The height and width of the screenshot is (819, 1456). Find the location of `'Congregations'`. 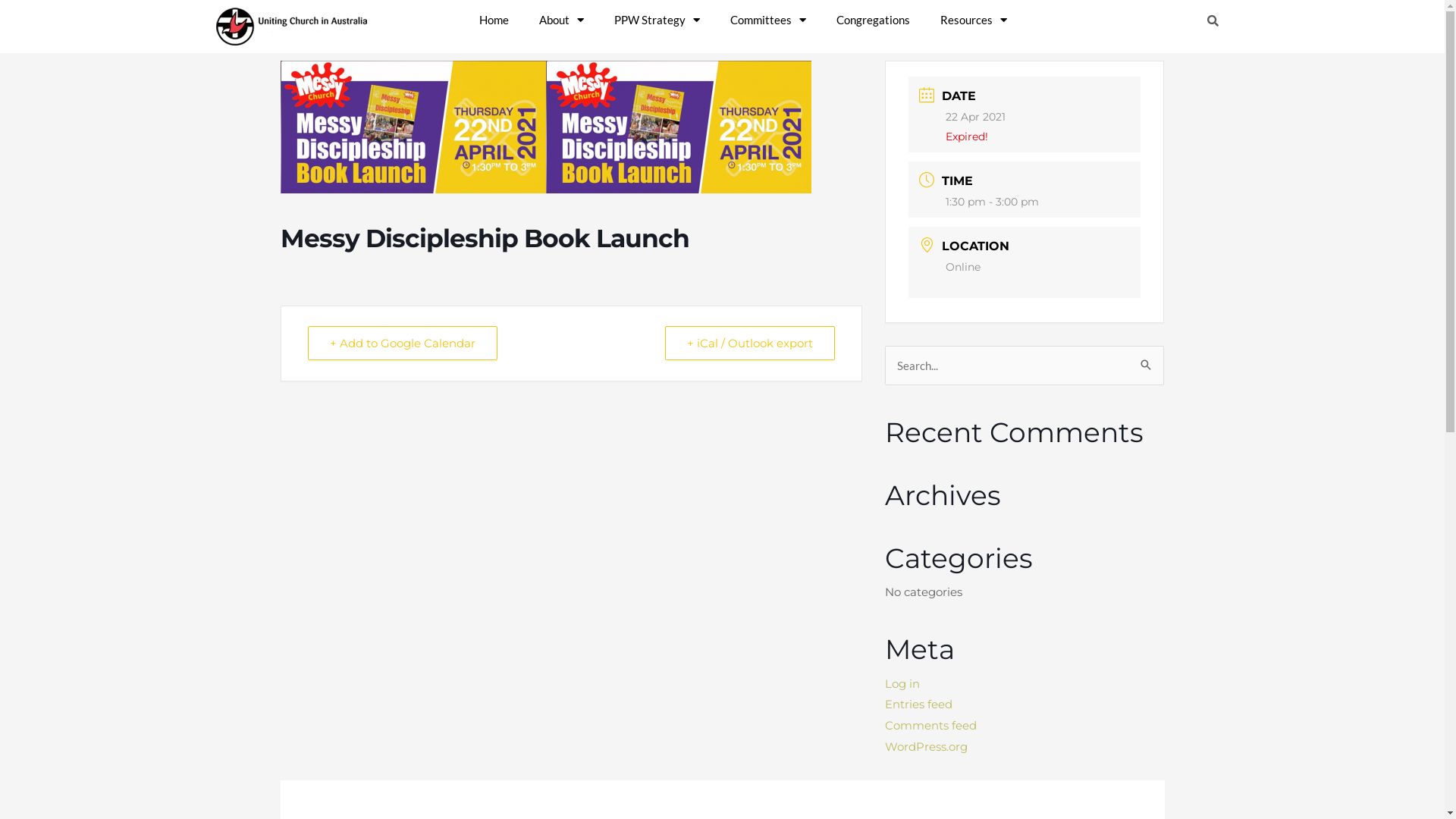

'Congregations' is located at coordinates (872, 20).